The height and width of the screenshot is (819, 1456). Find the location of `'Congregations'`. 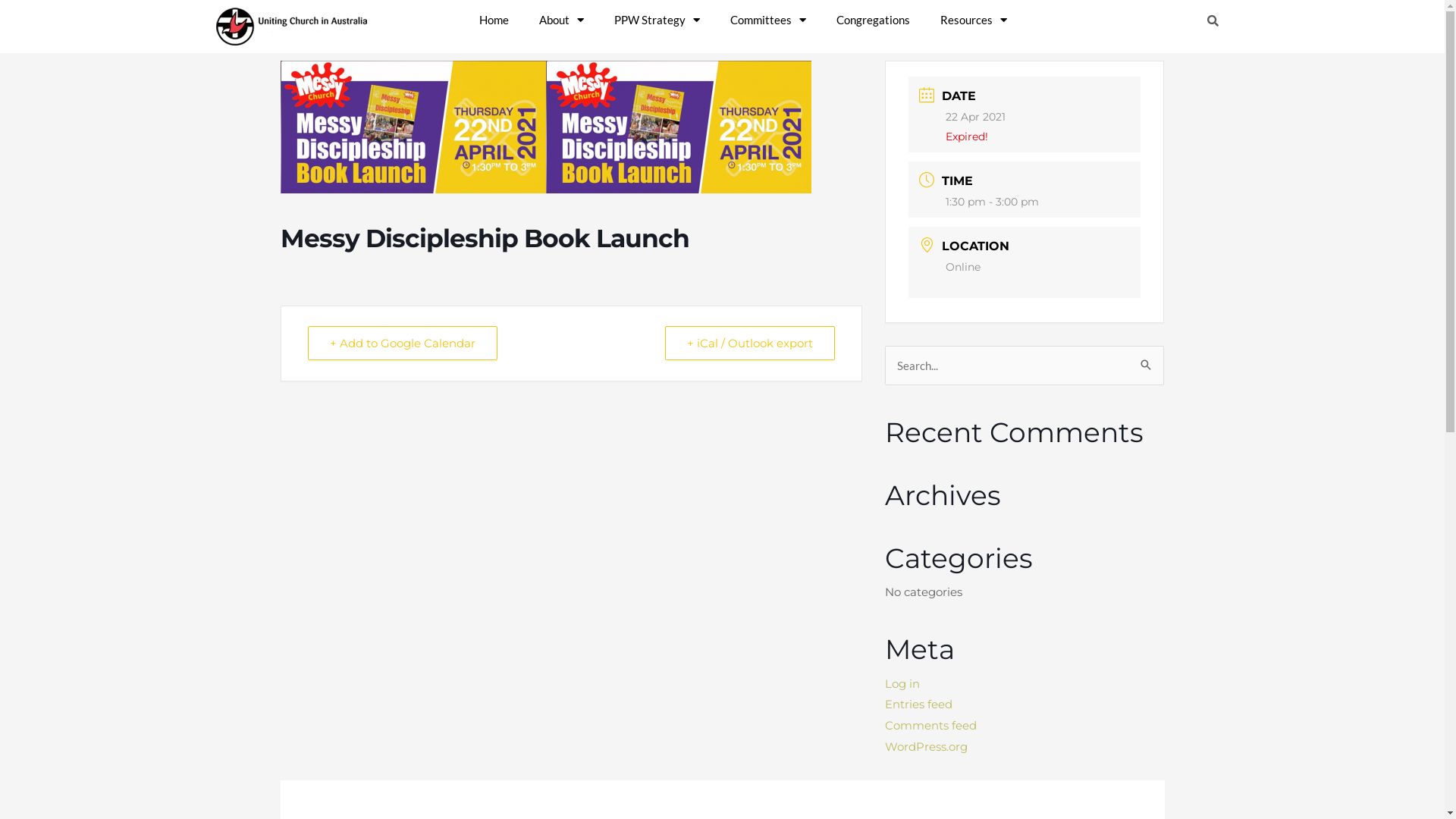

'Congregations' is located at coordinates (872, 20).